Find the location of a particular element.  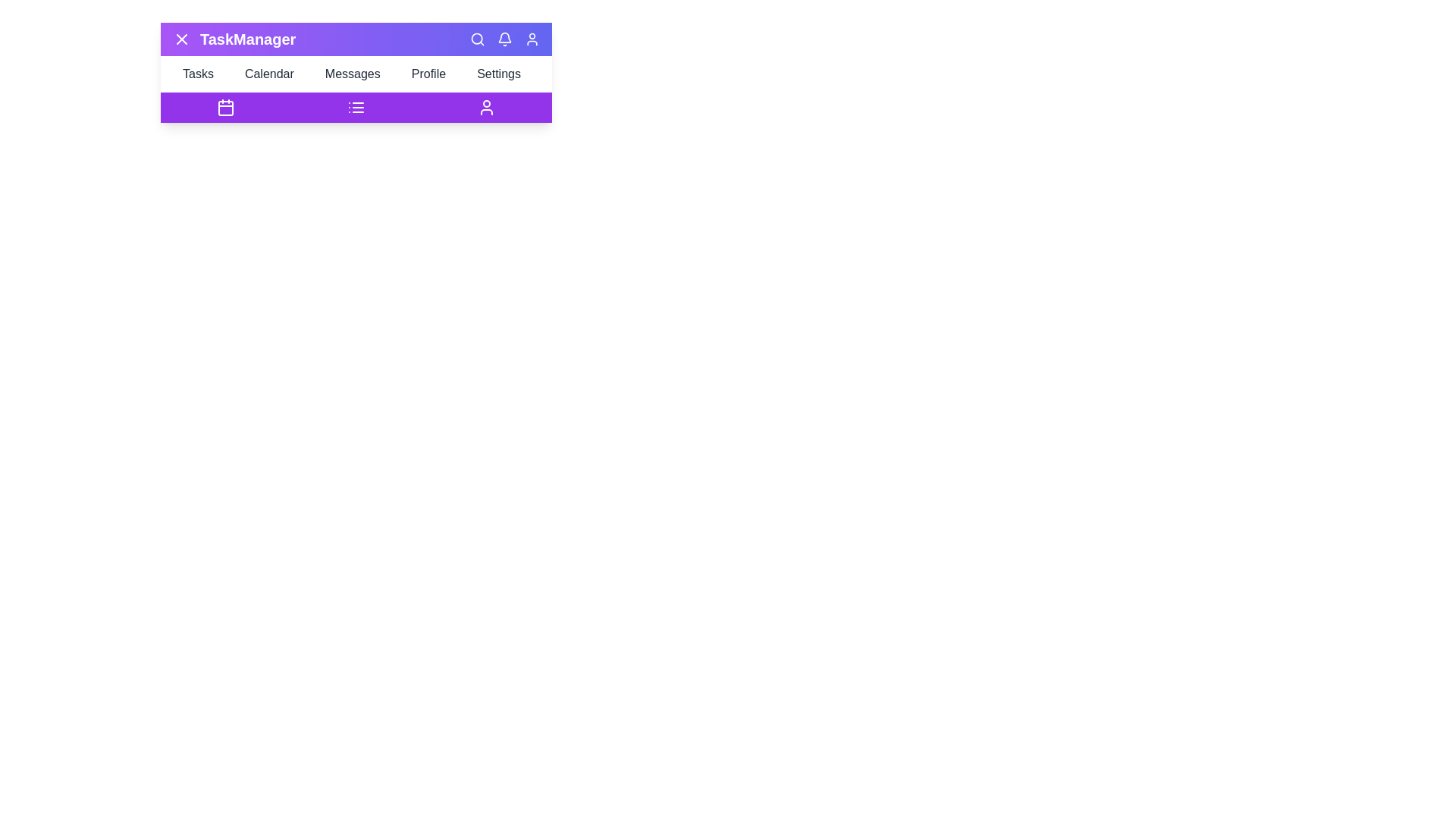

the Calendar from the navigation bar is located at coordinates (273, 74).